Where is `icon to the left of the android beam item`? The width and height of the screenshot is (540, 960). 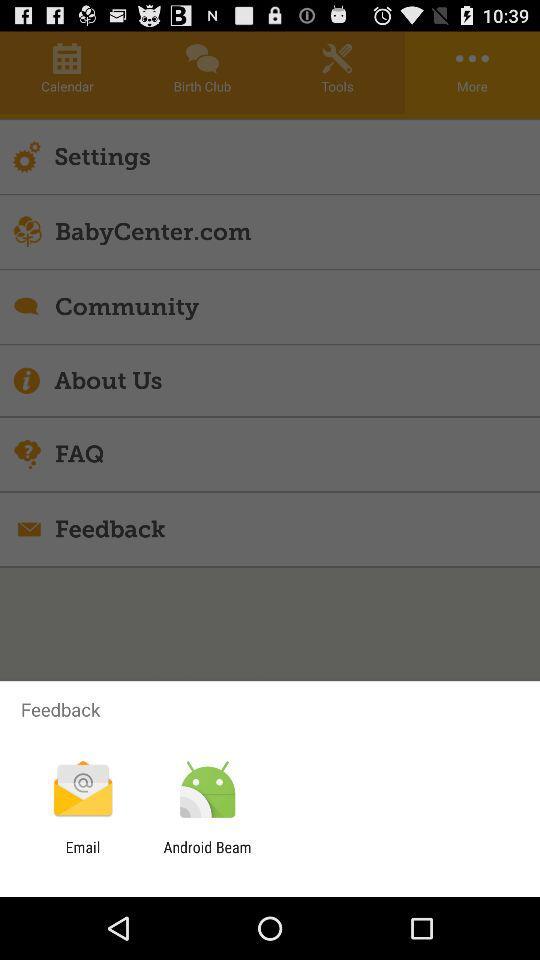 icon to the left of the android beam item is located at coordinates (82, 855).